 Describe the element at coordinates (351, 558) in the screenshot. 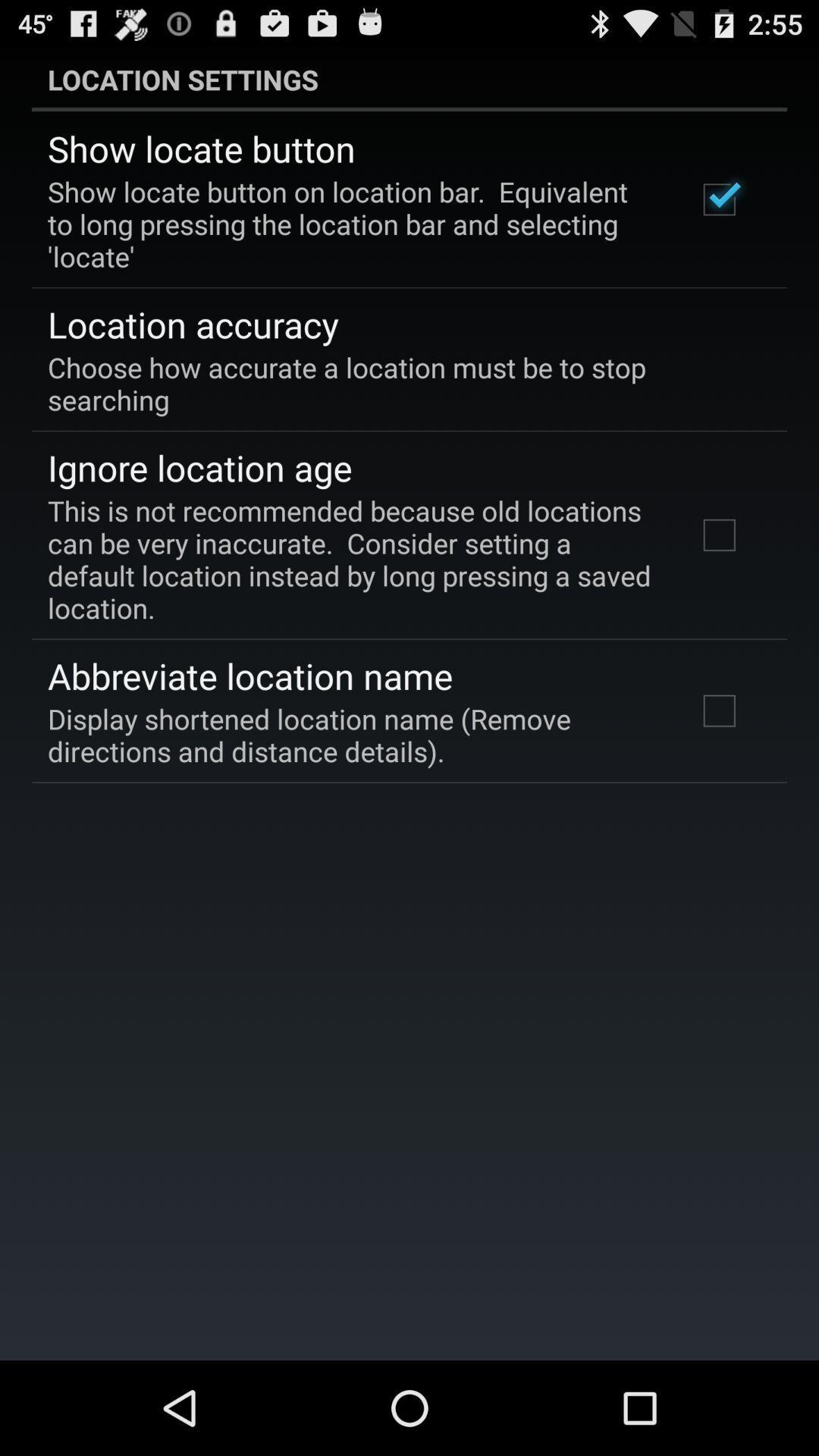

I see `the app above abbreviate location name` at that location.